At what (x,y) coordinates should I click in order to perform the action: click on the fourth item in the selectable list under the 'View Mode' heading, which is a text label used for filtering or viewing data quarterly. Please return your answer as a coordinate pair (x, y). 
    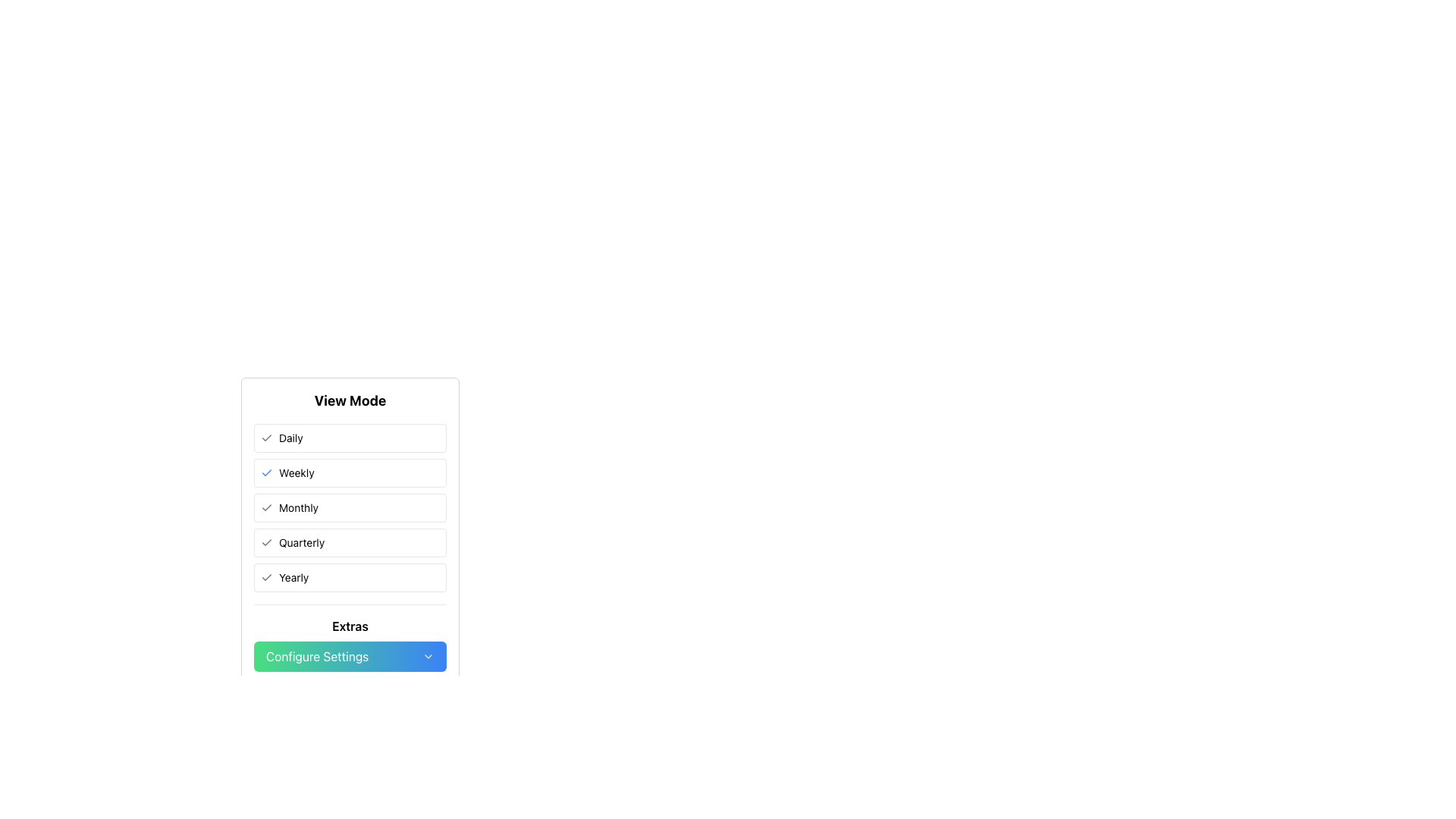
    Looking at the image, I should click on (302, 542).